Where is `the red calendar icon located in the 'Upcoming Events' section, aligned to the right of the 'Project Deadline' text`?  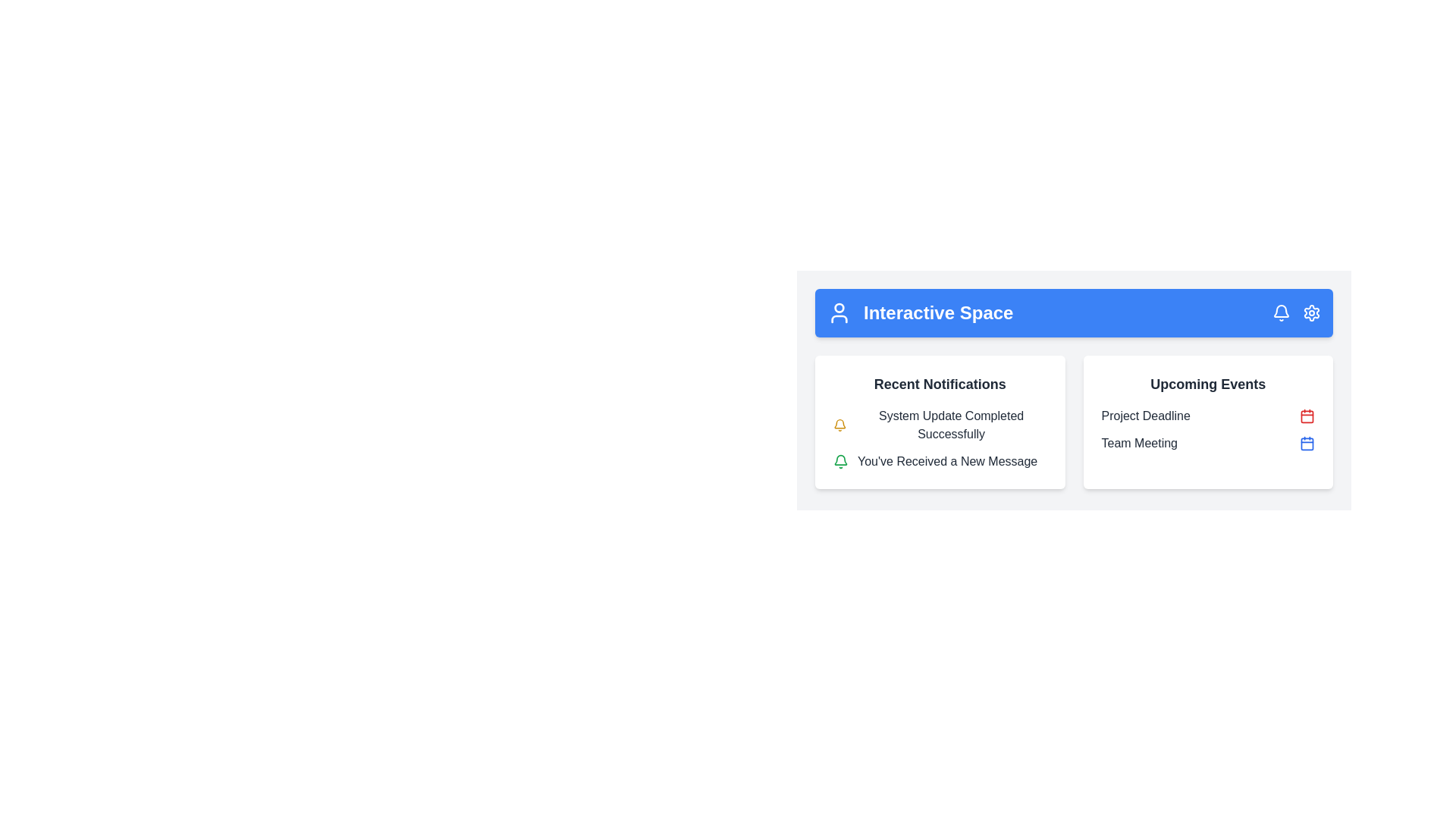 the red calendar icon located in the 'Upcoming Events' section, aligned to the right of the 'Project Deadline' text is located at coordinates (1306, 416).